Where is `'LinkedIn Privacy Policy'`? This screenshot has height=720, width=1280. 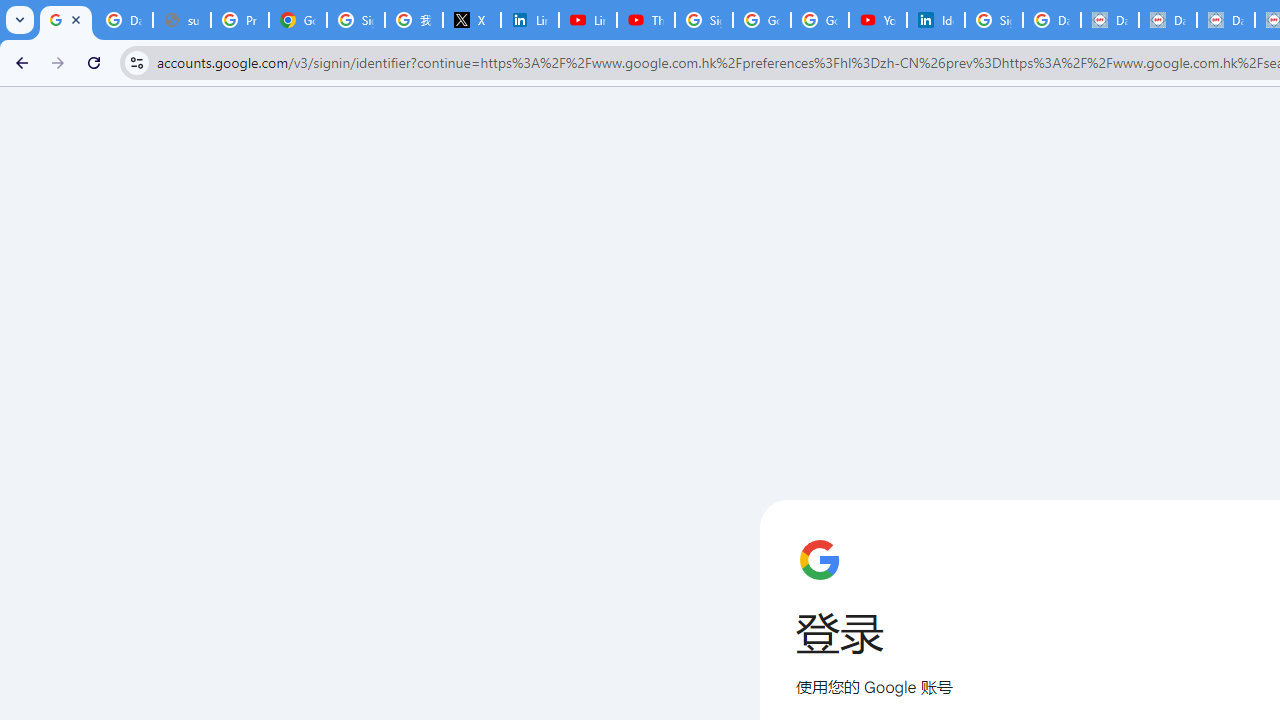
'LinkedIn Privacy Policy' is located at coordinates (529, 20).